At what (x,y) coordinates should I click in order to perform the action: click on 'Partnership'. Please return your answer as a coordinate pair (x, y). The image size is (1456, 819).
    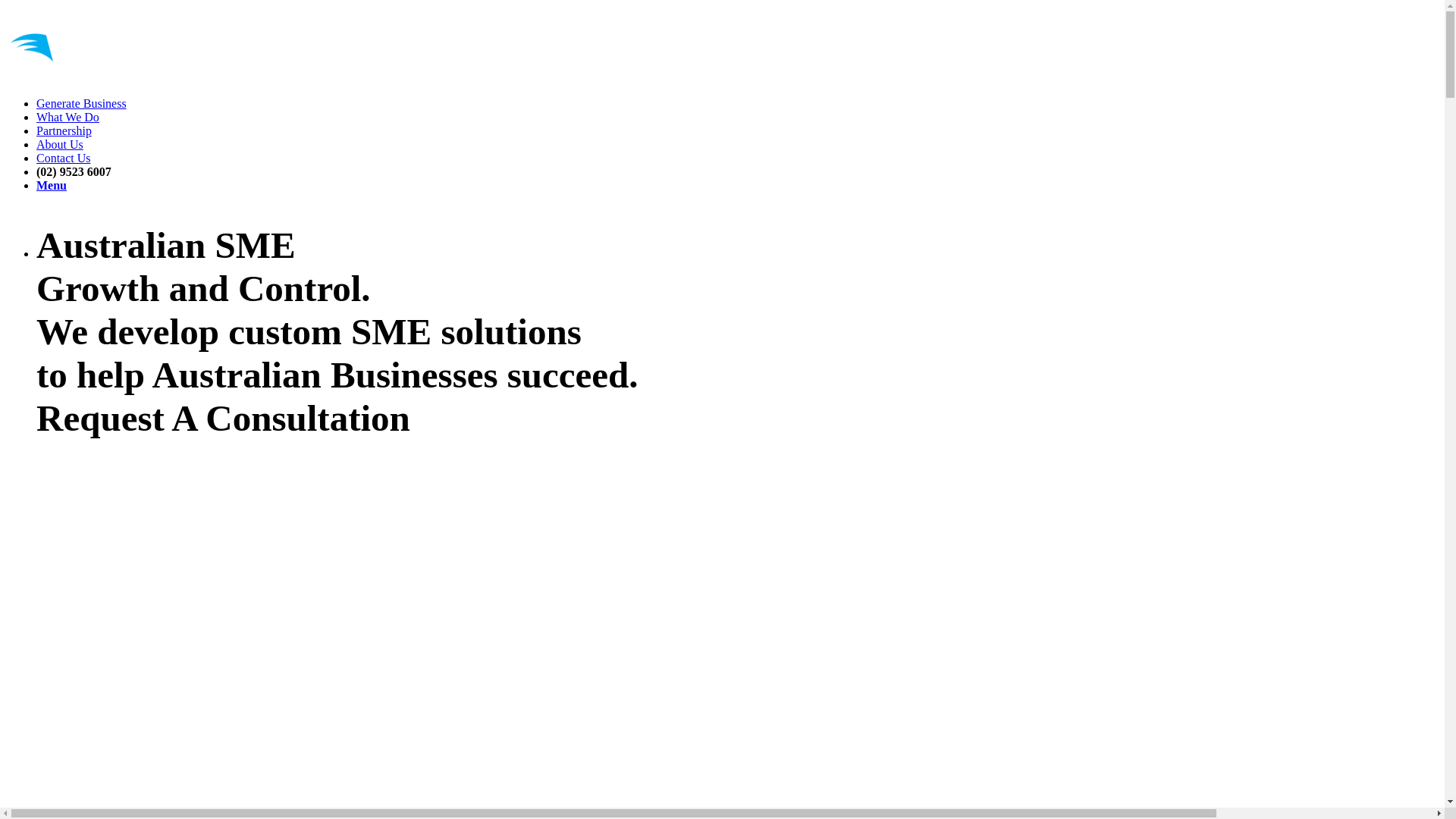
    Looking at the image, I should click on (63, 130).